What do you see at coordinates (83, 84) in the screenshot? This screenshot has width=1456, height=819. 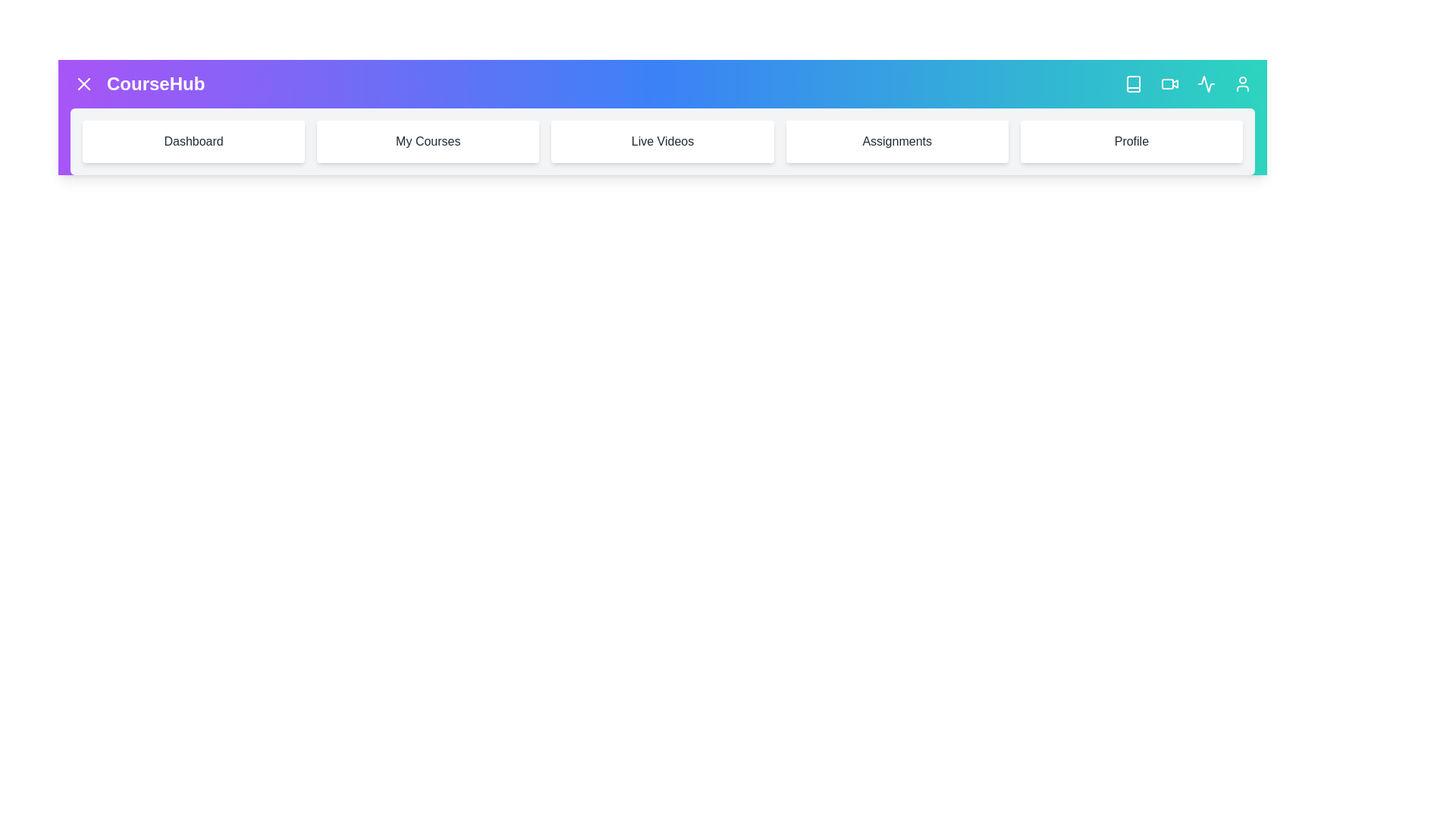 I see `toggle button to change the navigation menu's visibility` at bounding box center [83, 84].